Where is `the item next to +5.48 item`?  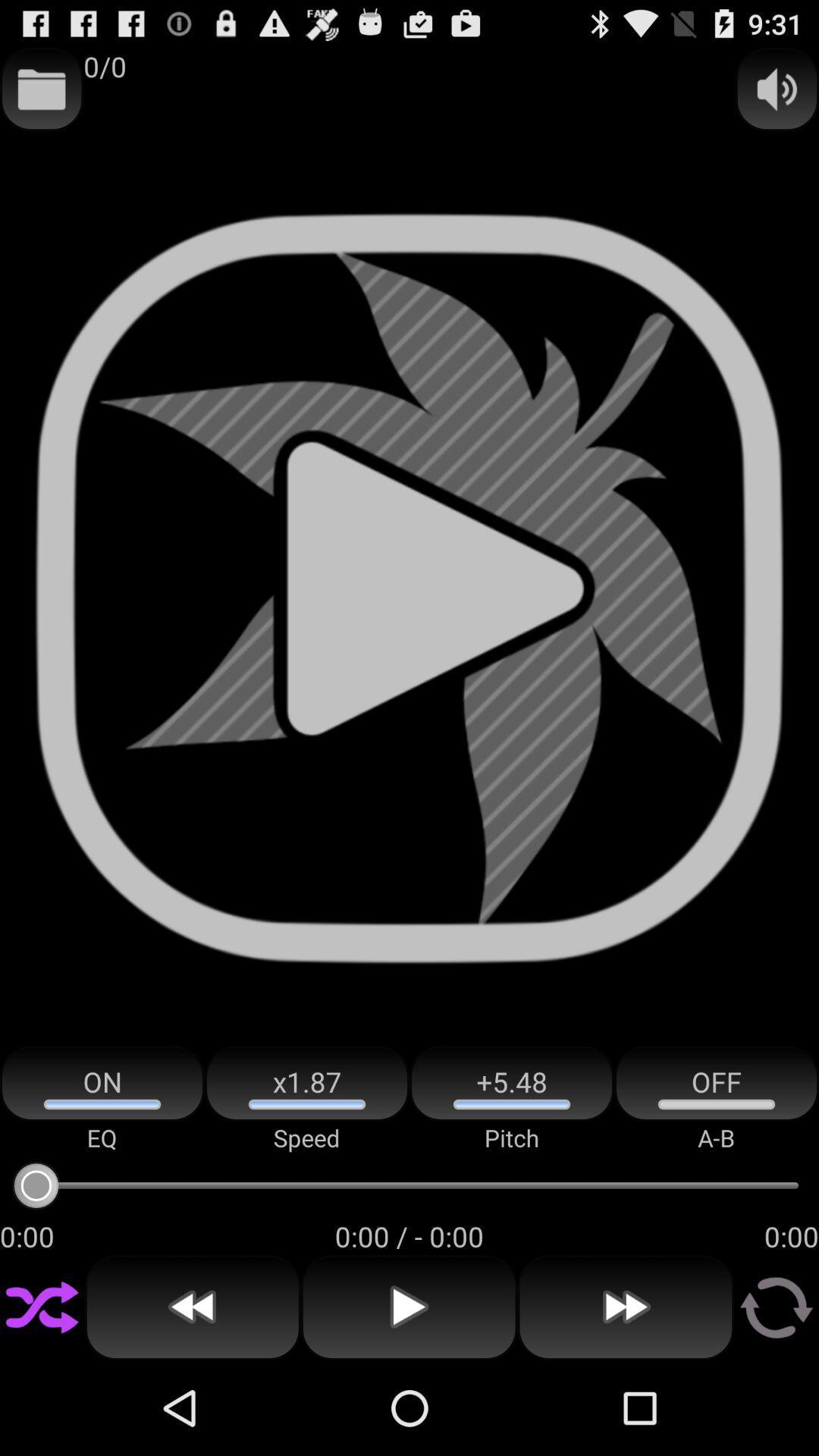
the item next to +5.48 item is located at coordinates (307, 1083).